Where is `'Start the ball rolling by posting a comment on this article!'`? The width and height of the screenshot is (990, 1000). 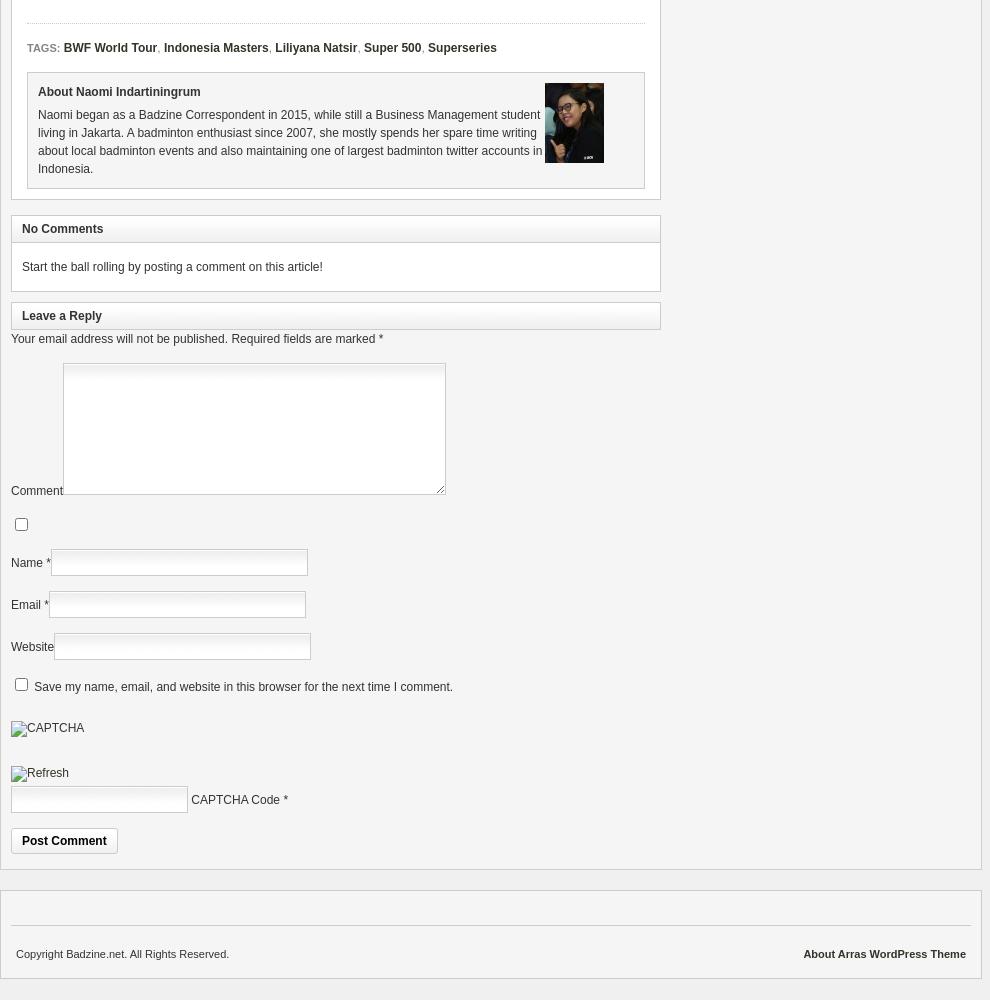
'Start the ball rolling by posting a comment on this article!' is located at coordinates (171, 267).